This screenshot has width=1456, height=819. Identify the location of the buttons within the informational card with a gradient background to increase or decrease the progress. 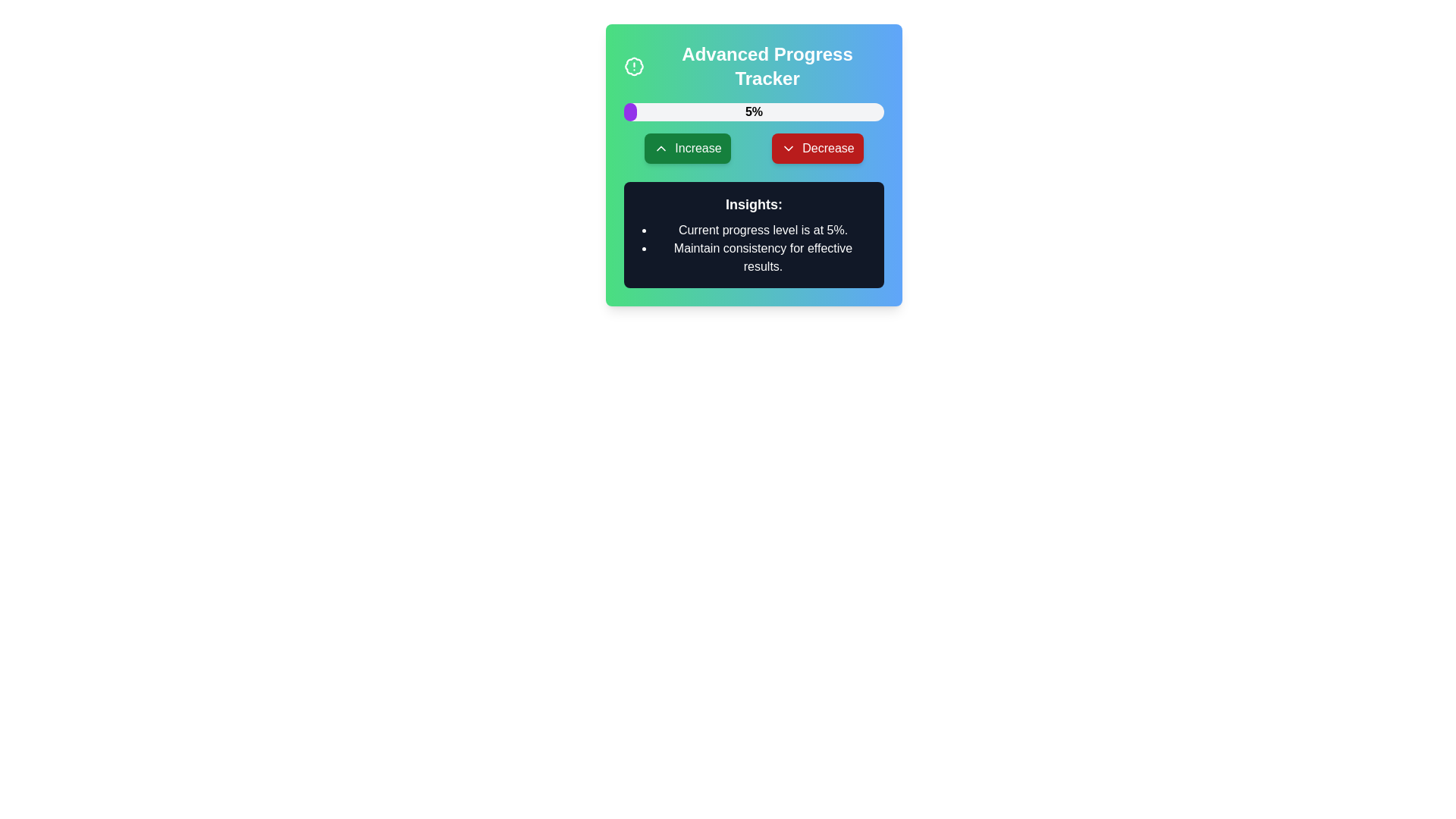
(754, 165).